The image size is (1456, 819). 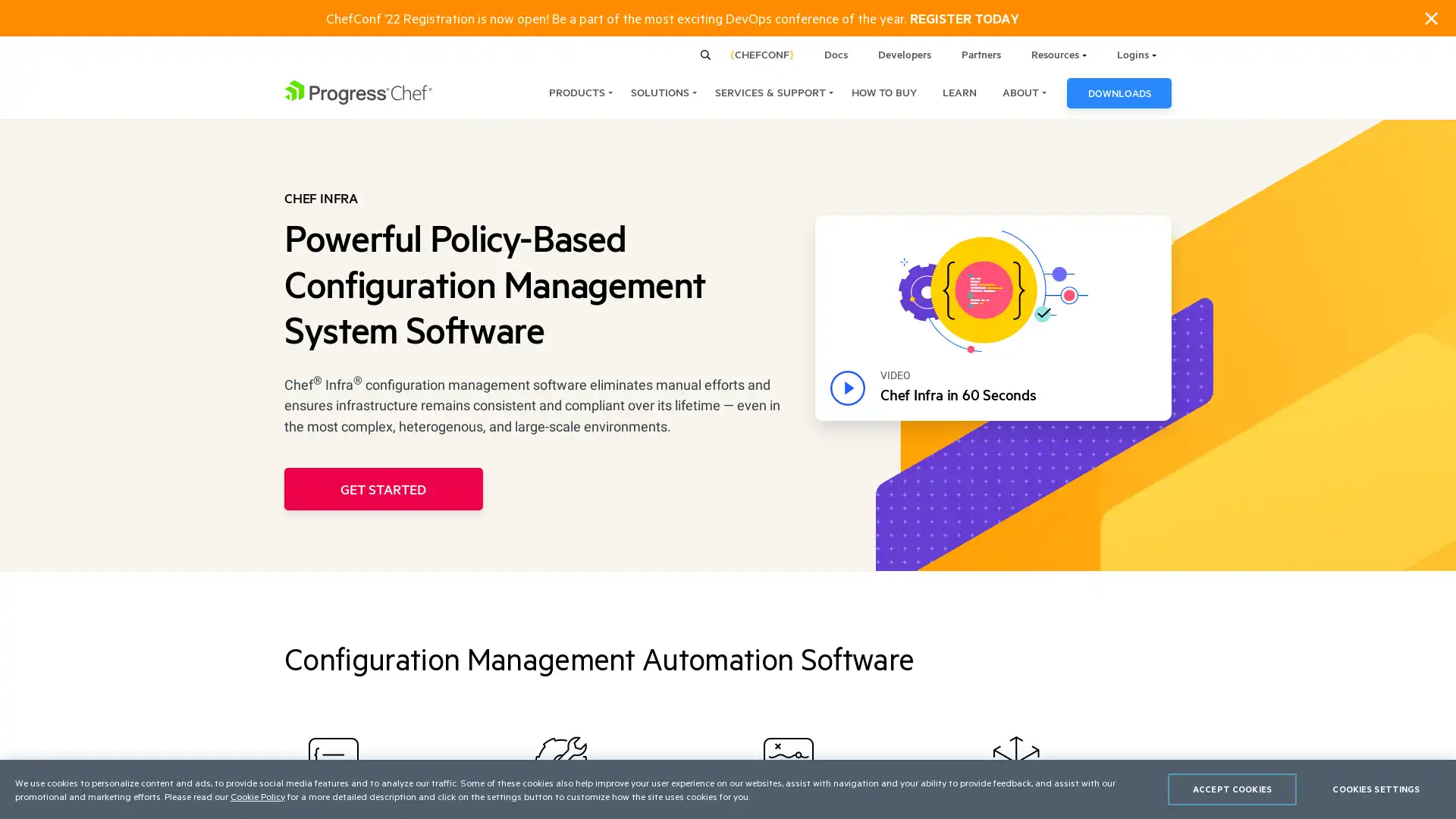 What do you see at coordinates (1376, 789) in the screenshot?
I see `COOKIES SETTINGS` at bounding box center [1376, 789].